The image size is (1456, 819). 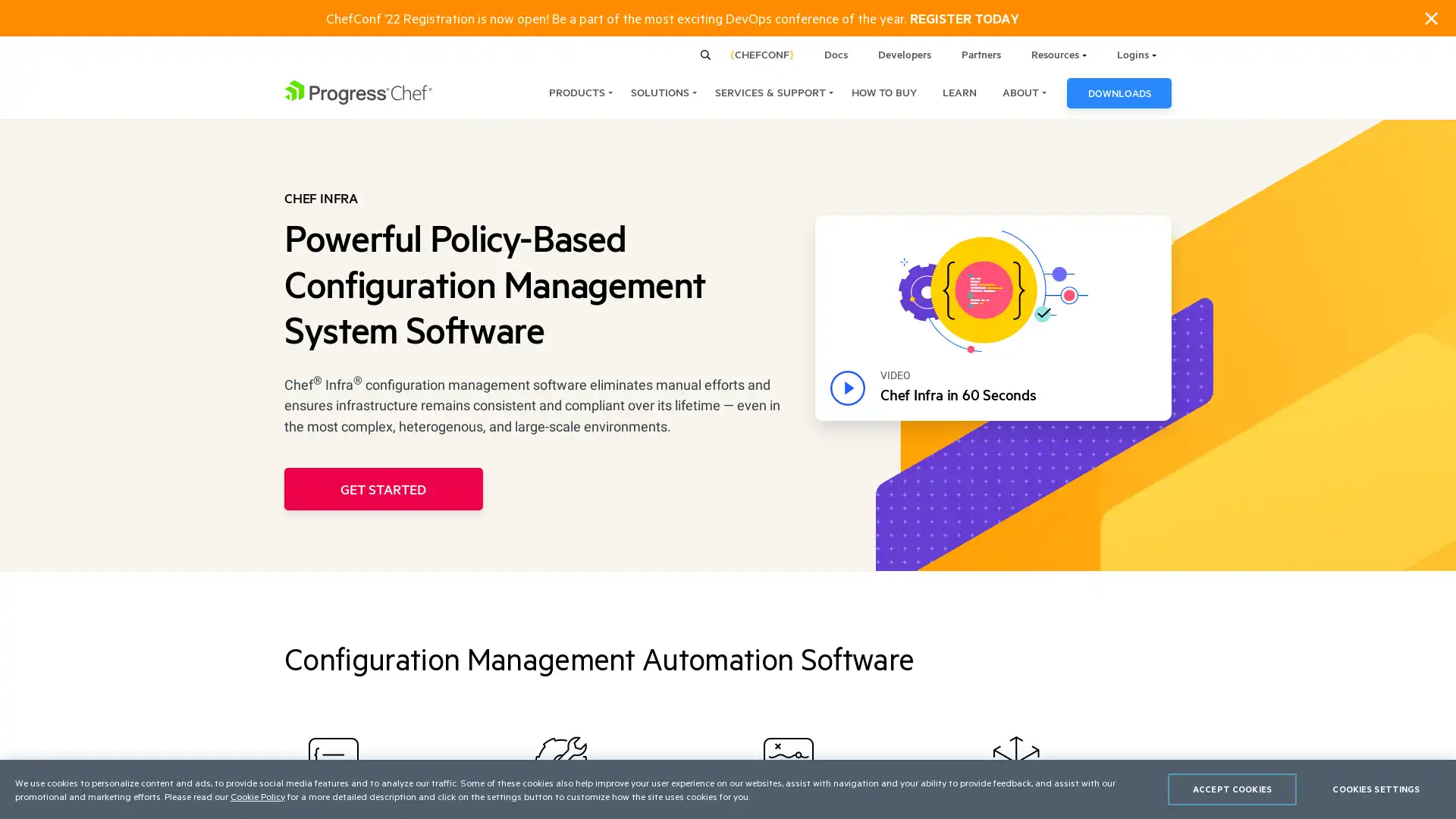 What do you see at coordinates (1376, 789) in the screenshot?
I see `COOKIES SETTINGS` at bounding box center [1376, 789].